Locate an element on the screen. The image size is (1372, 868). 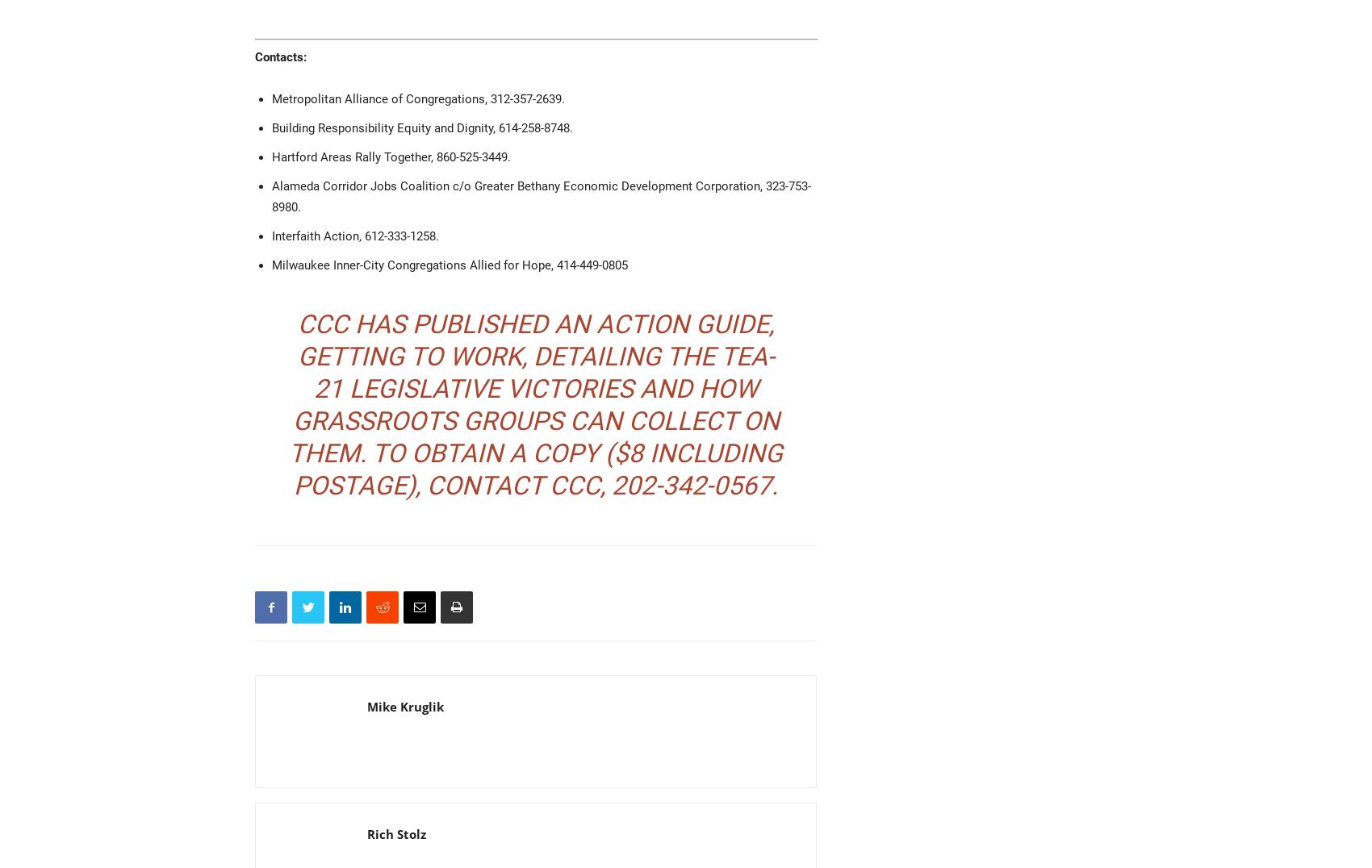
'Rich Stolz' is located at coordinates (396, 834).